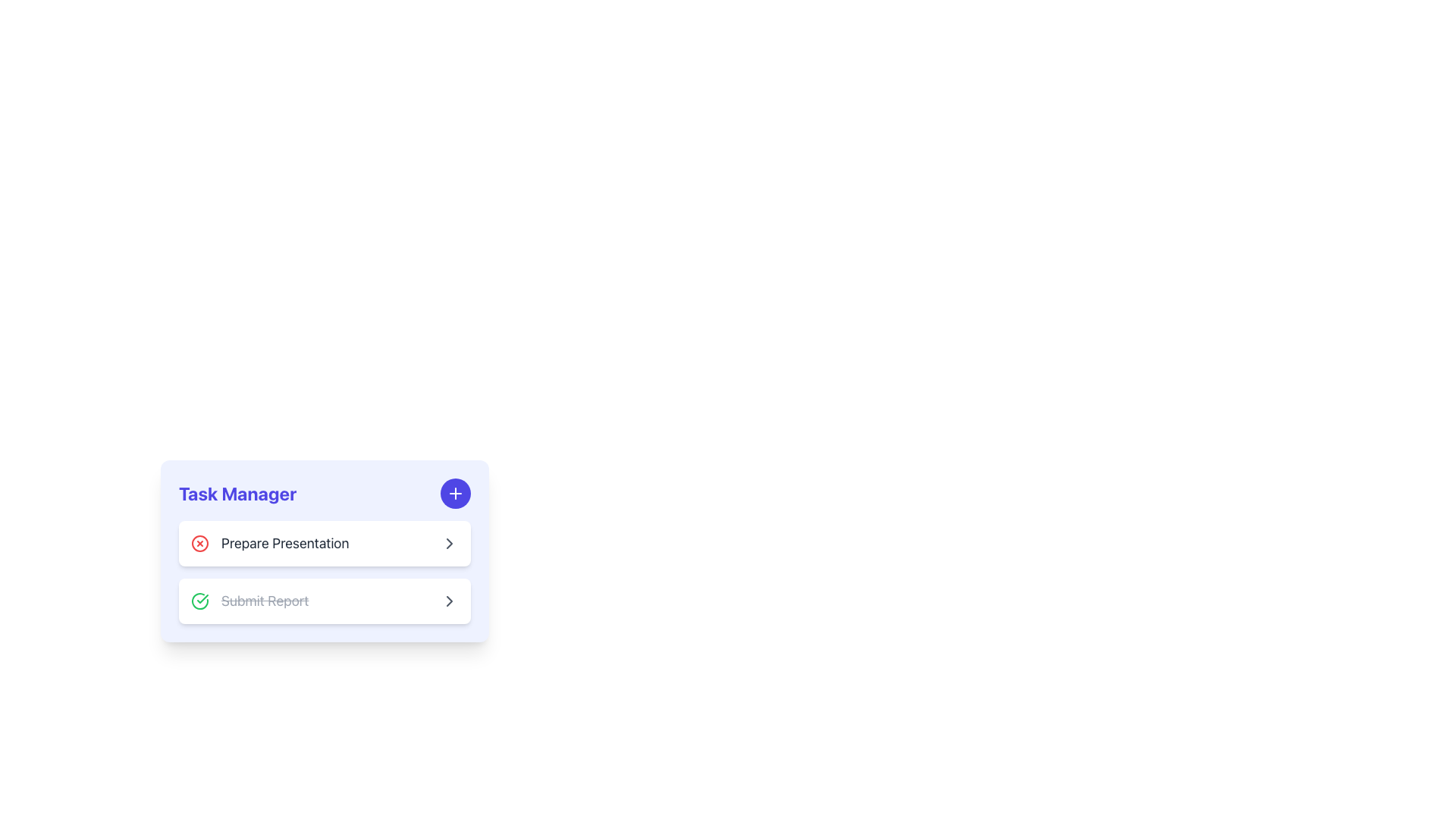  Describe the element at coordinates (449, 601) in the screenshot. I see `the chevron icon at the right end of the 'Prepare Presentation' list item in the 'Task Manager' card to emphasize navigation intention` at that location.